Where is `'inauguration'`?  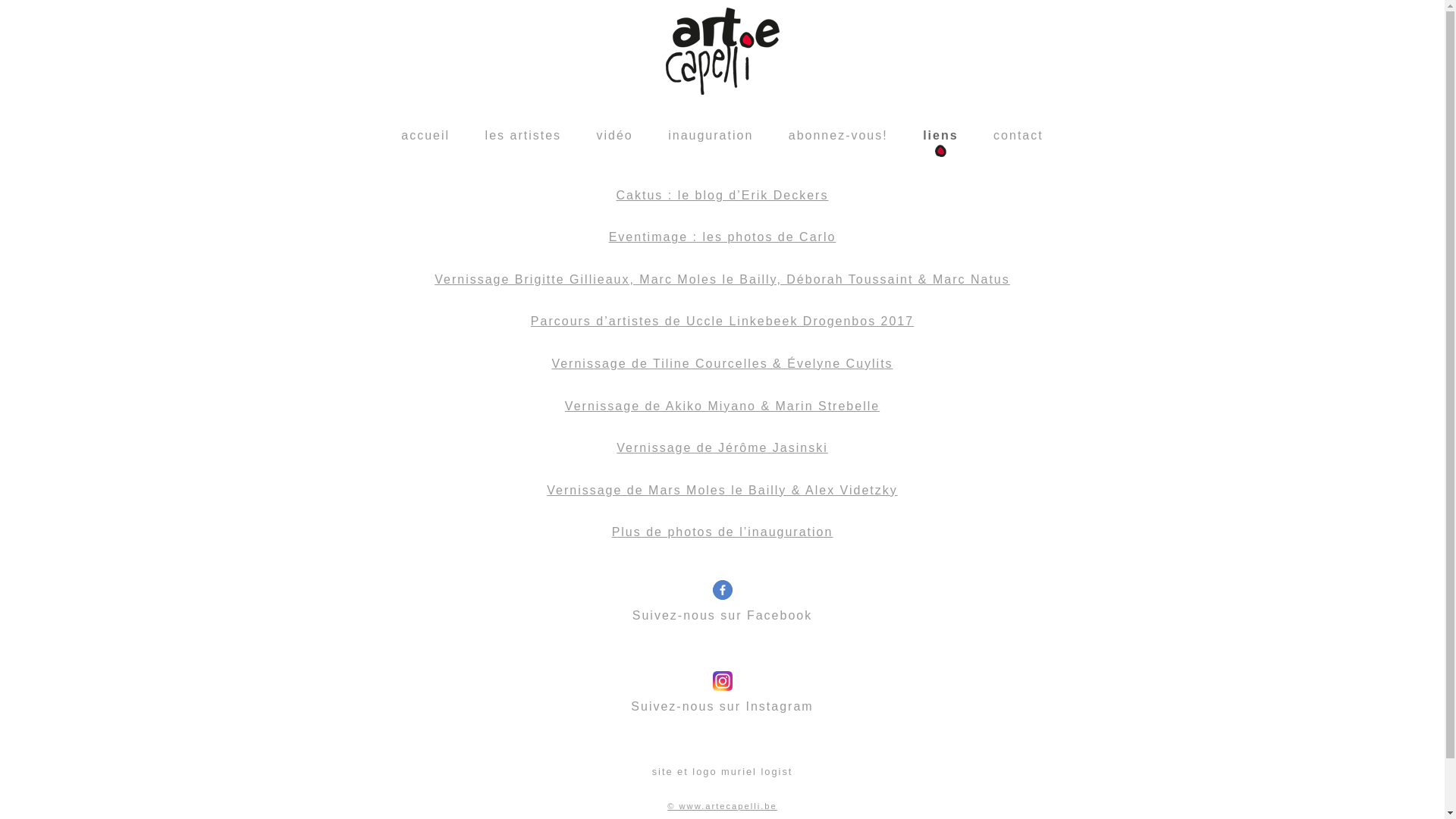 'inauguration' is located at coordinates (709, 134).